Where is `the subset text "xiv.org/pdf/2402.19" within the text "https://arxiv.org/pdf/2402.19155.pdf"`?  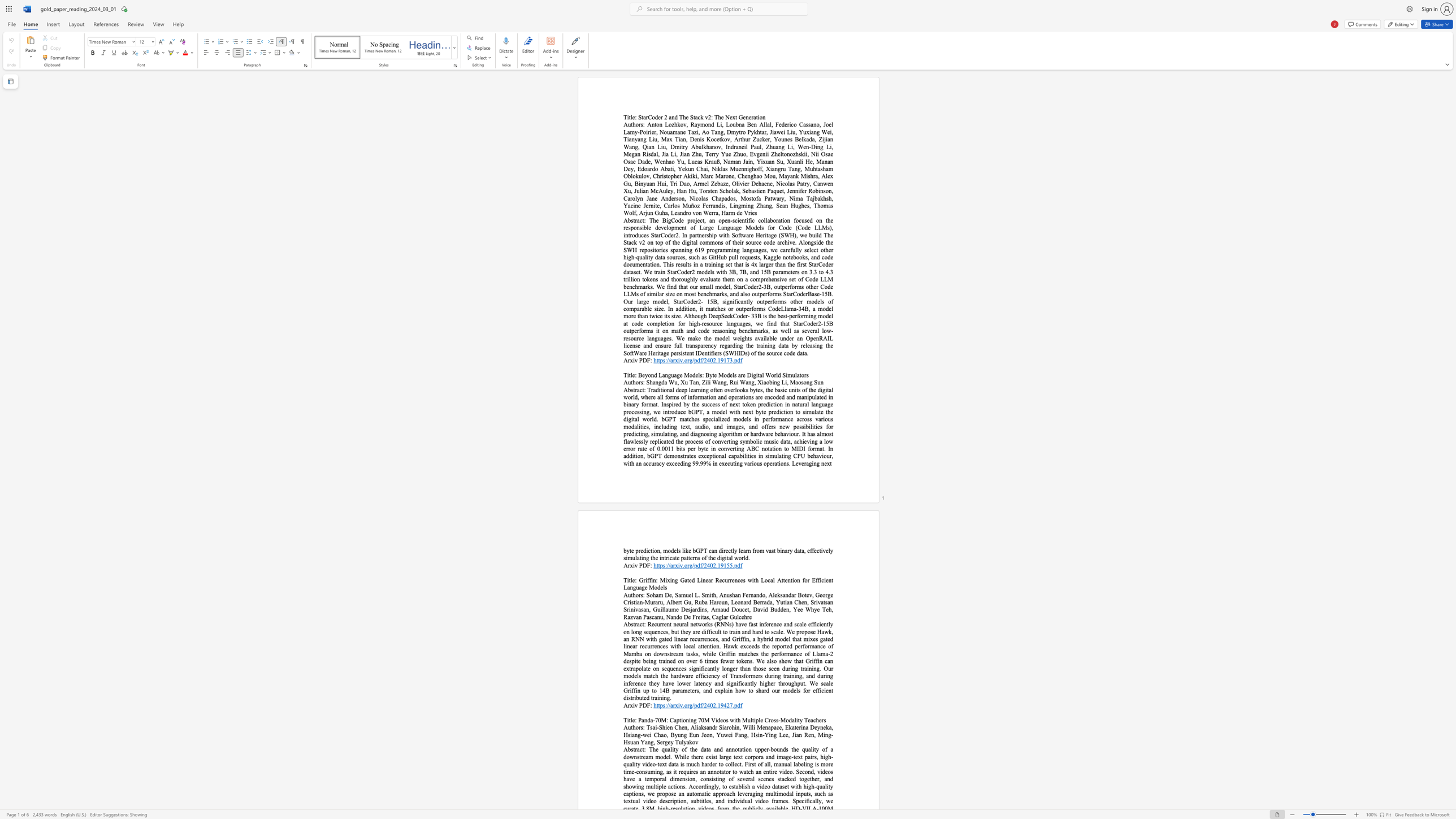 the subset text "xiv.org/pdf/2402.19" within the text "https://arxiv.org/pdf/2402.19155.pdf" is located at coordinates (674, 565).